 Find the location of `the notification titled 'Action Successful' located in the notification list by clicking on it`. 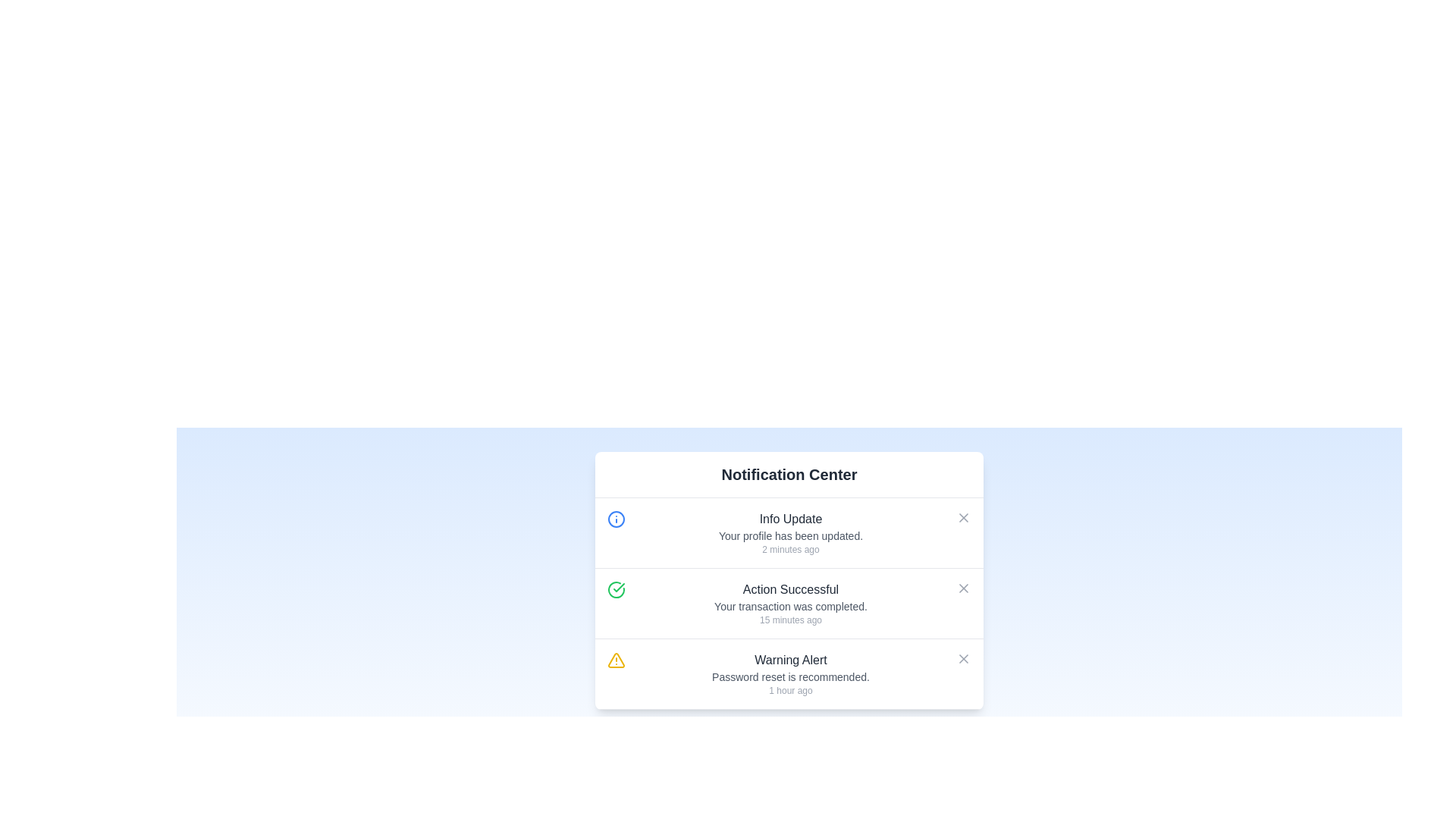

the notification titled 'Action Successful' located in the notification list by clicking on it is located at coordinates (789, 602).